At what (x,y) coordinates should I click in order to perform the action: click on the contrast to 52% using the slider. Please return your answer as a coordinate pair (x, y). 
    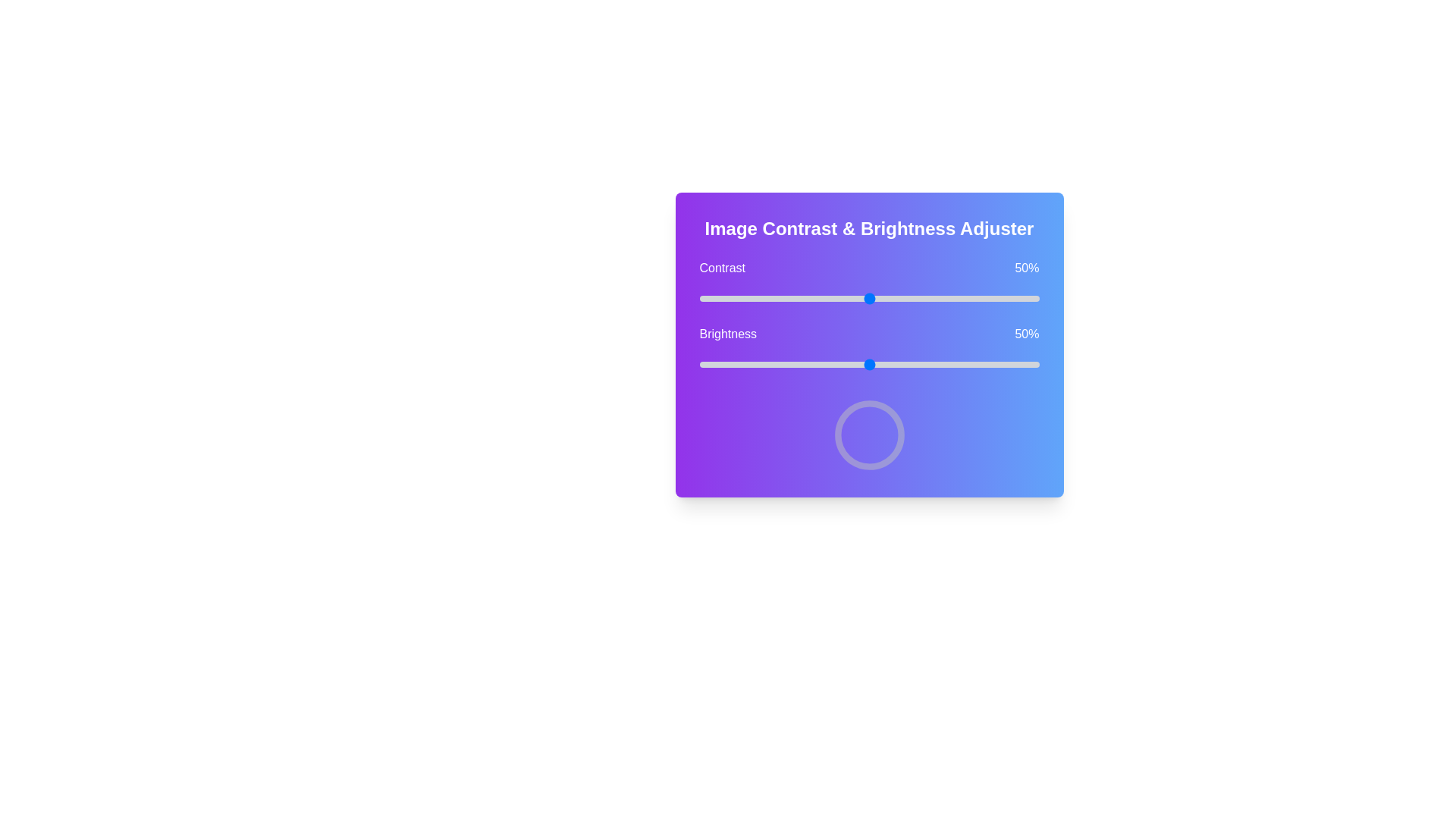
    Looking at the image, I should click on (876, 298).